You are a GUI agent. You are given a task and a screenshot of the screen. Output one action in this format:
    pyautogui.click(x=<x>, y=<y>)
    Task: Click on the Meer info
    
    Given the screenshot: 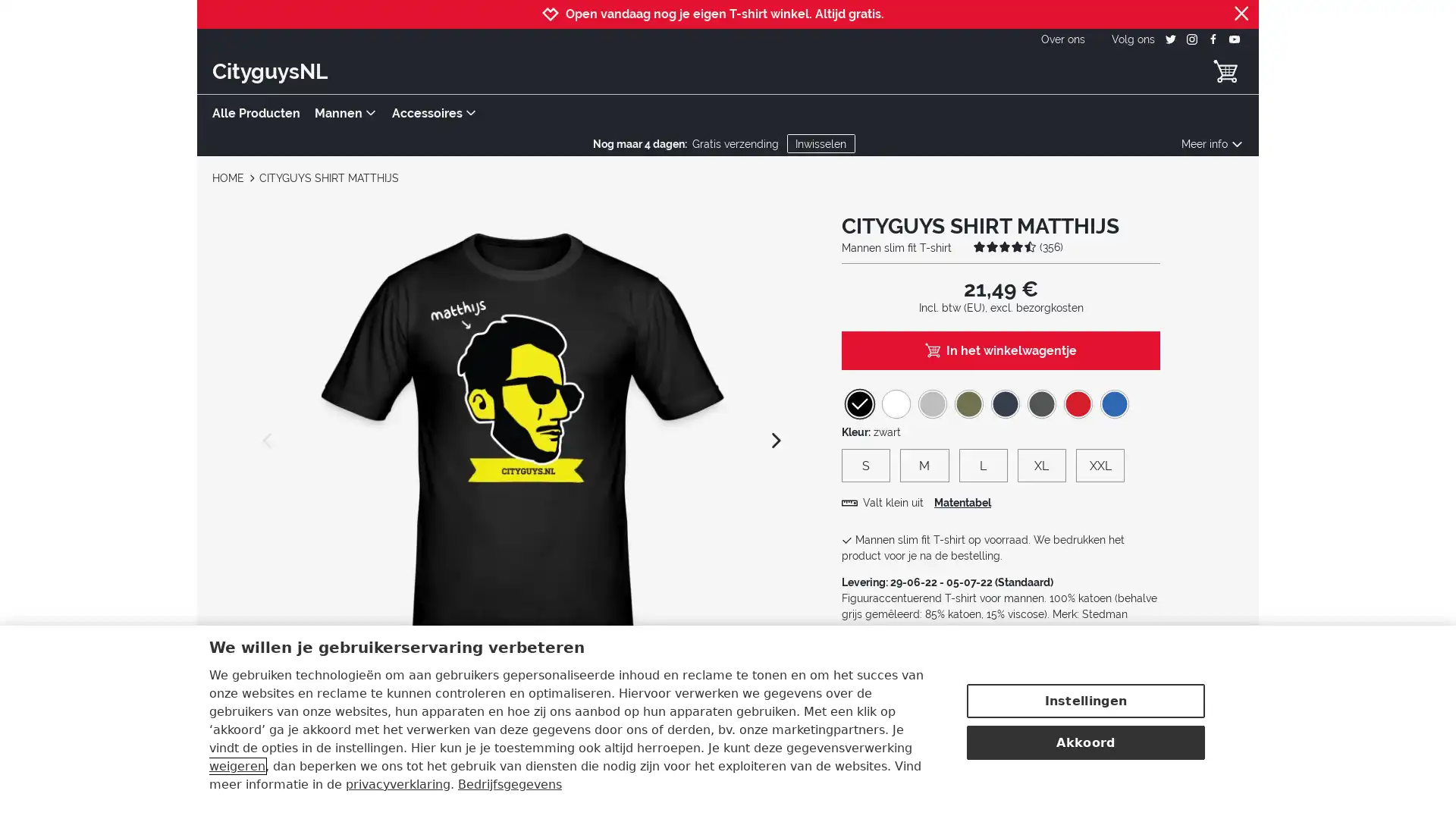 What is the action you would take?
    pyautogui.click(x=1211, y=143)
    